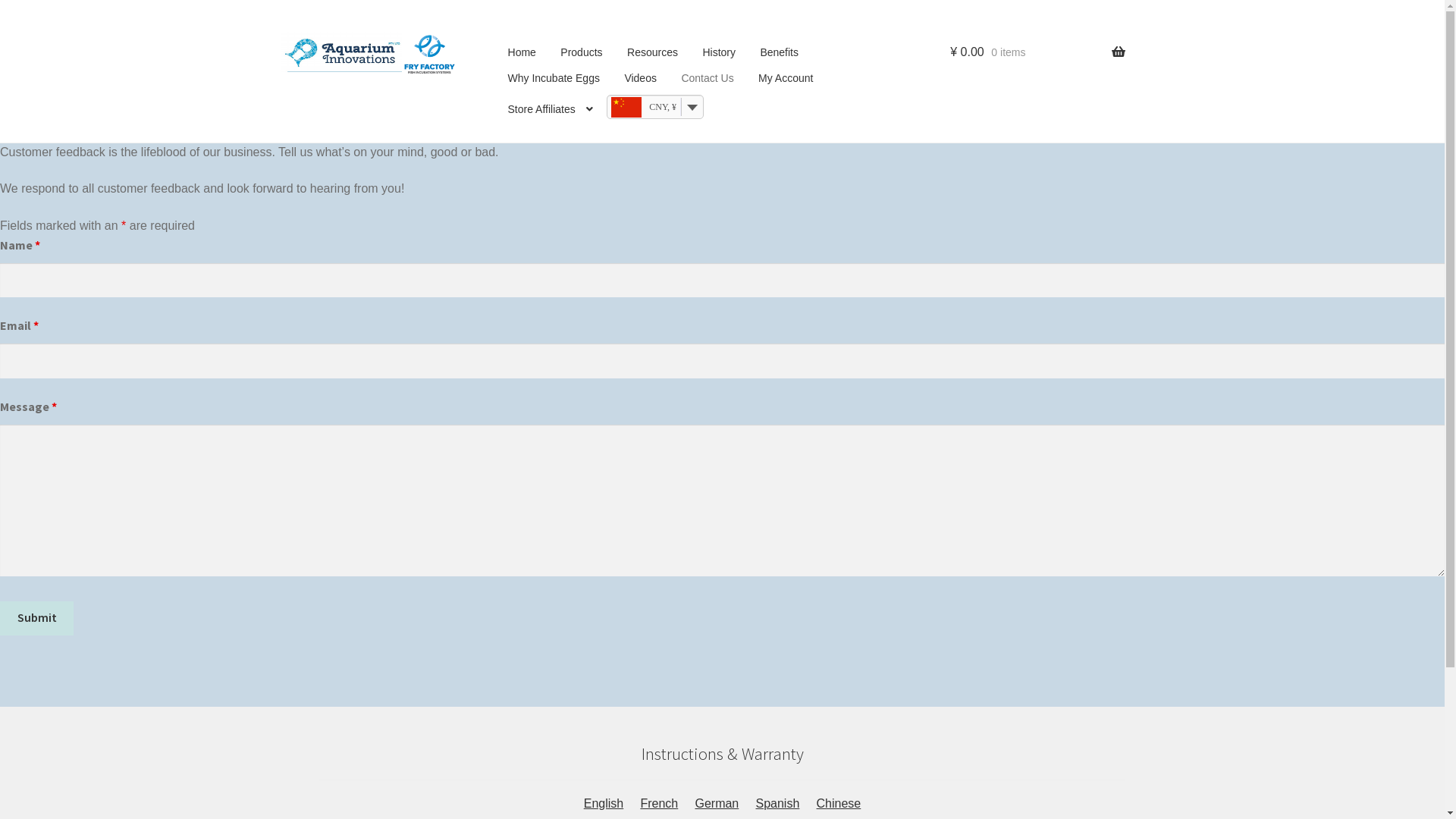 Image resolution: width=1456 pixels, height=819 pixels. Describe the element at coordinates (717, 55) in the screenshot. I see `'History'` at that location.